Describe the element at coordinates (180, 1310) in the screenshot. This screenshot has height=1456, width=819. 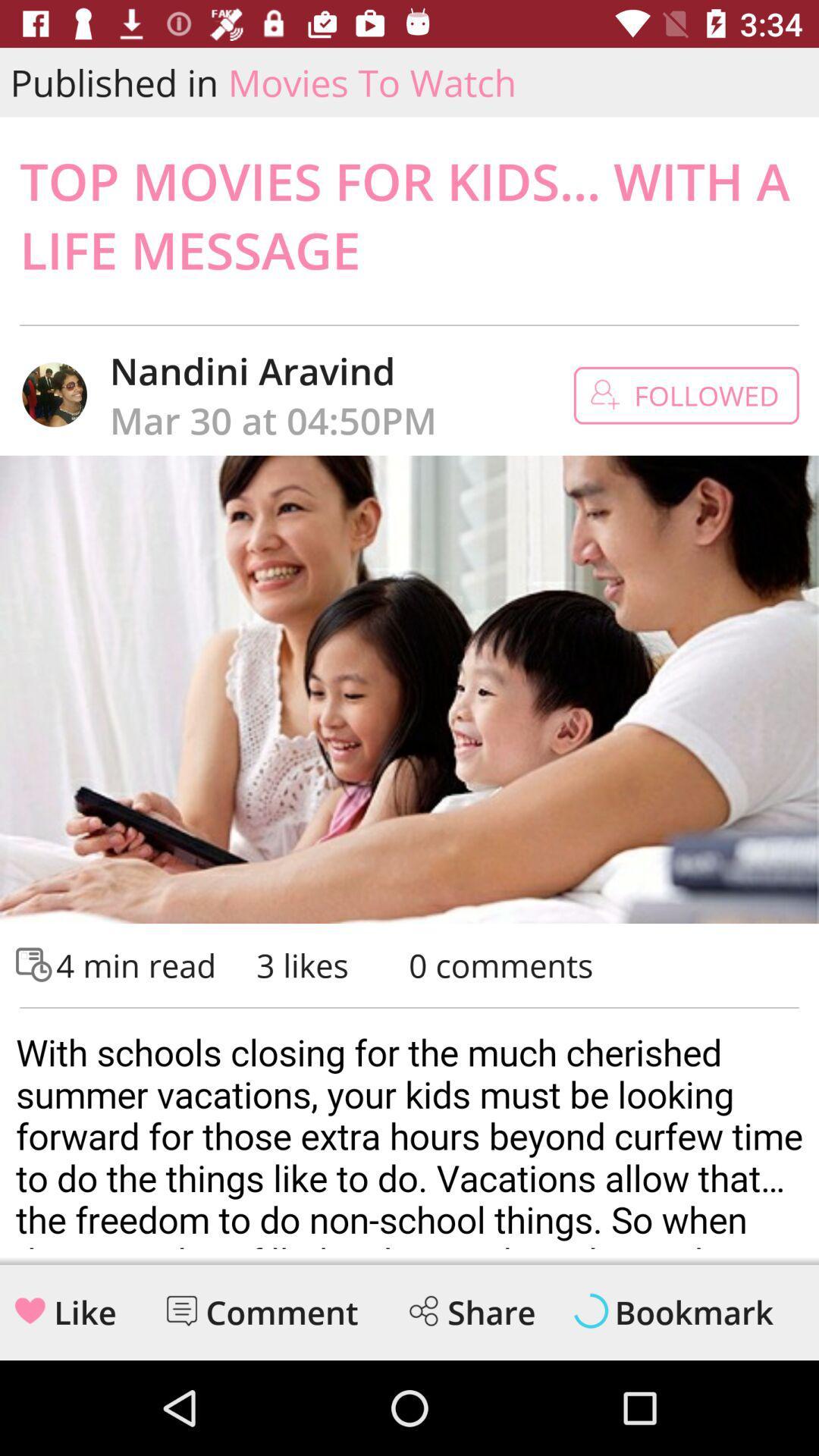
I see `leave a coment` at that location.